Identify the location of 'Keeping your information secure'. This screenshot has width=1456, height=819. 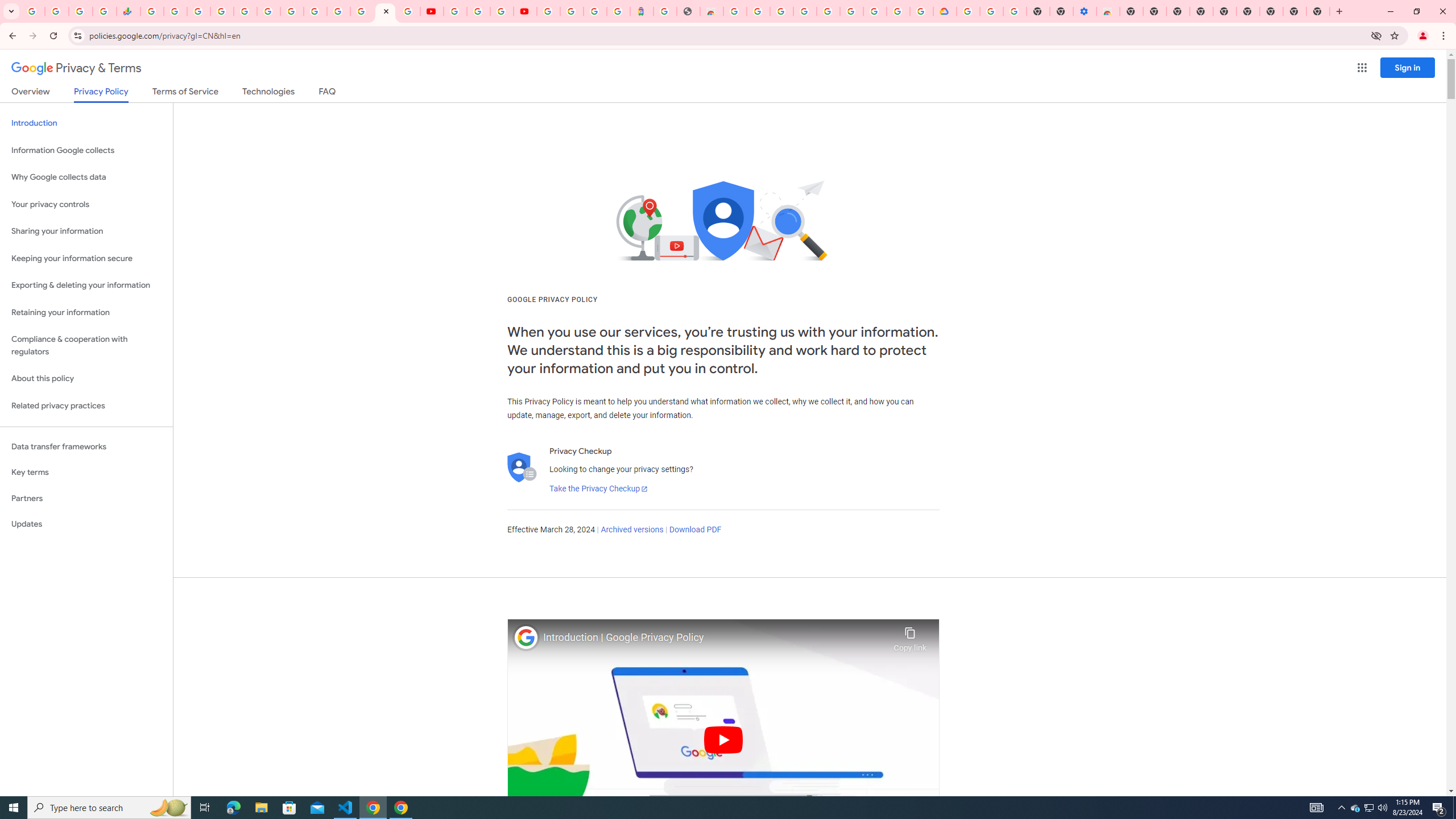
(86, 259).